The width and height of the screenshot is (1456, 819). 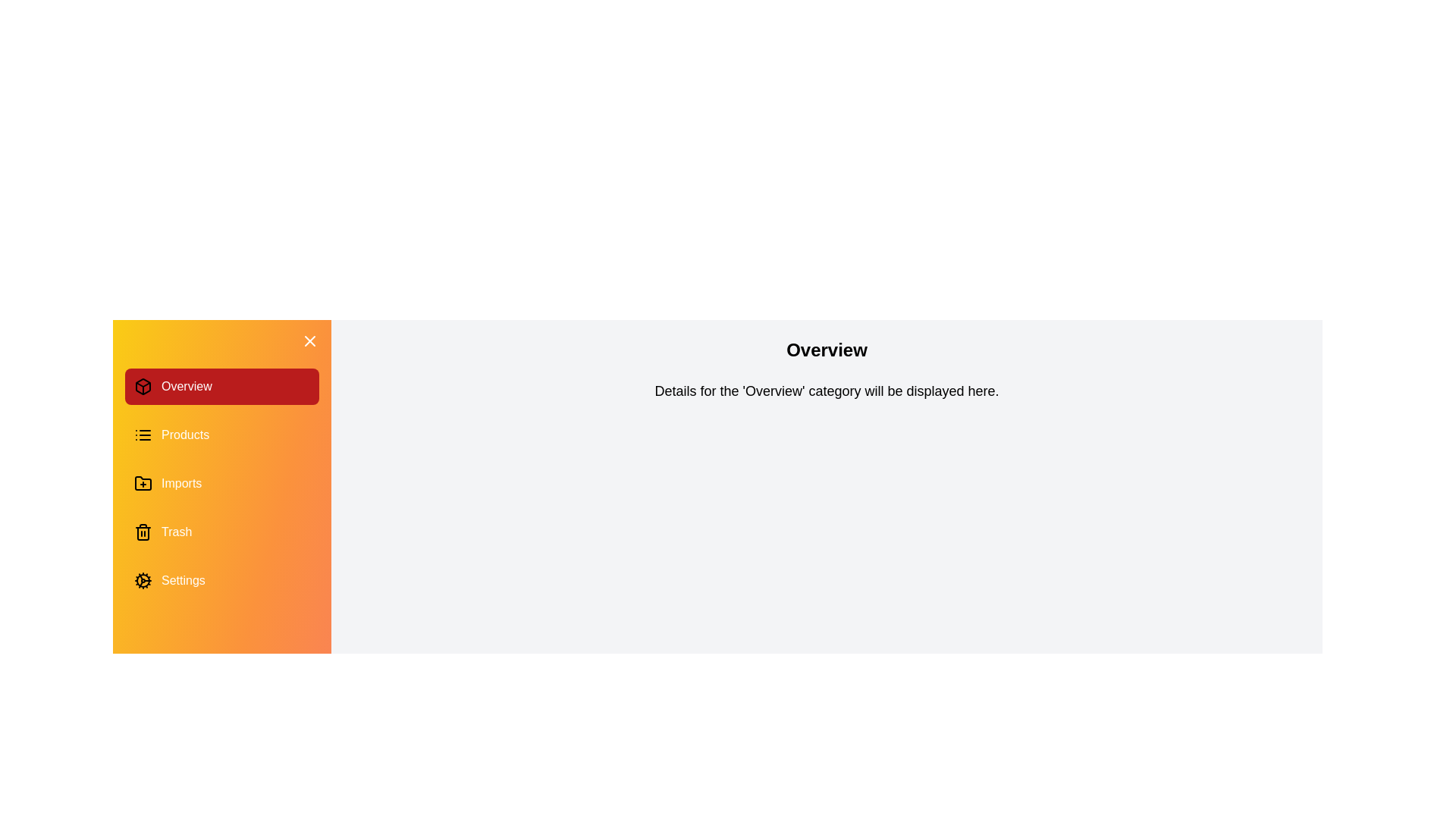 I want to click on the toggle button in the top-right corner of the drawer to toggle its open/closed state, so click(x=309, y=341).